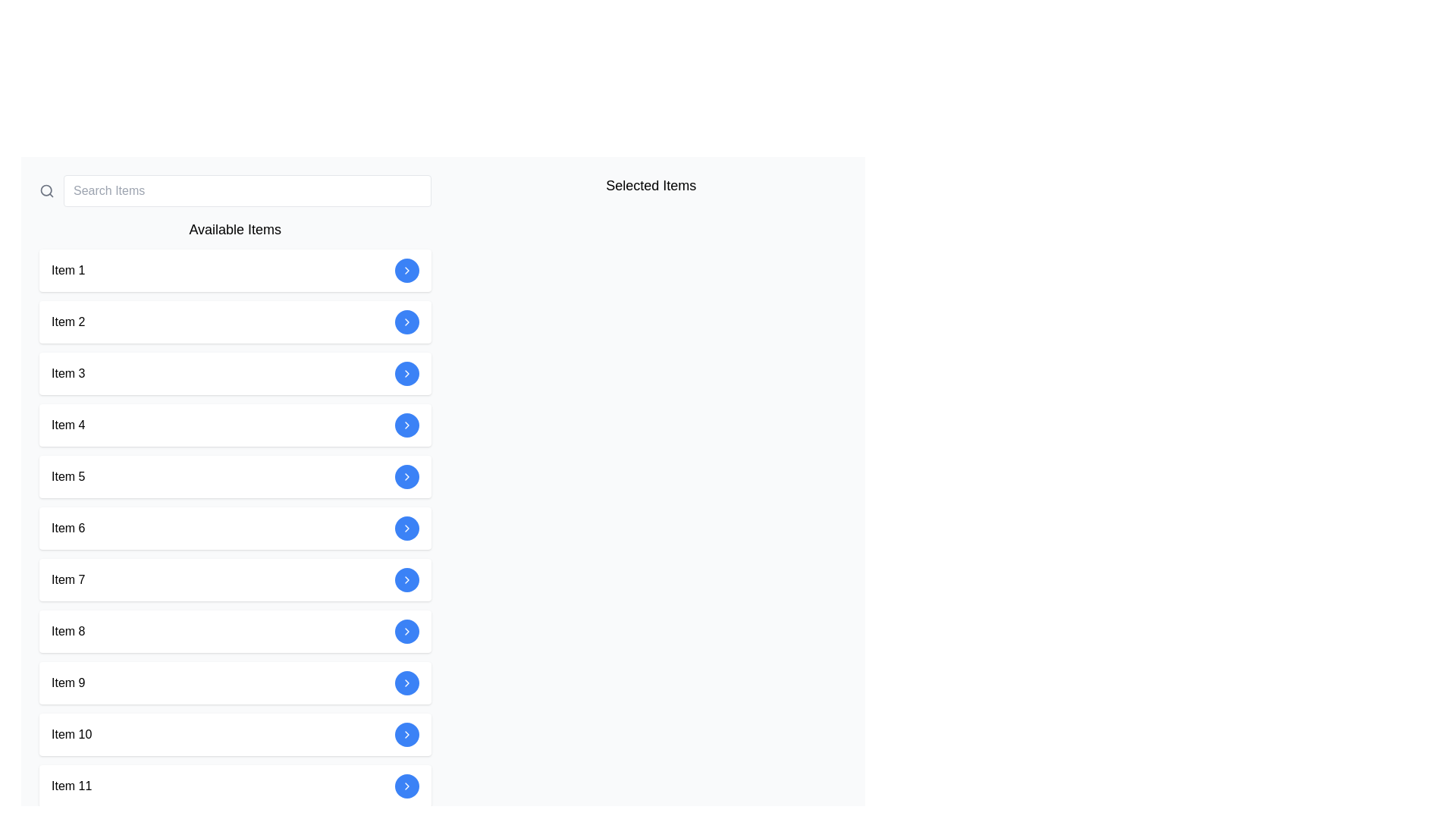  What do you see at coordinates (406, 374) in the screenshot?
I see `the chevron icon within the blue circular button for 'Item 3' in the 'Available Items' section` at bounding box center [406, 374].